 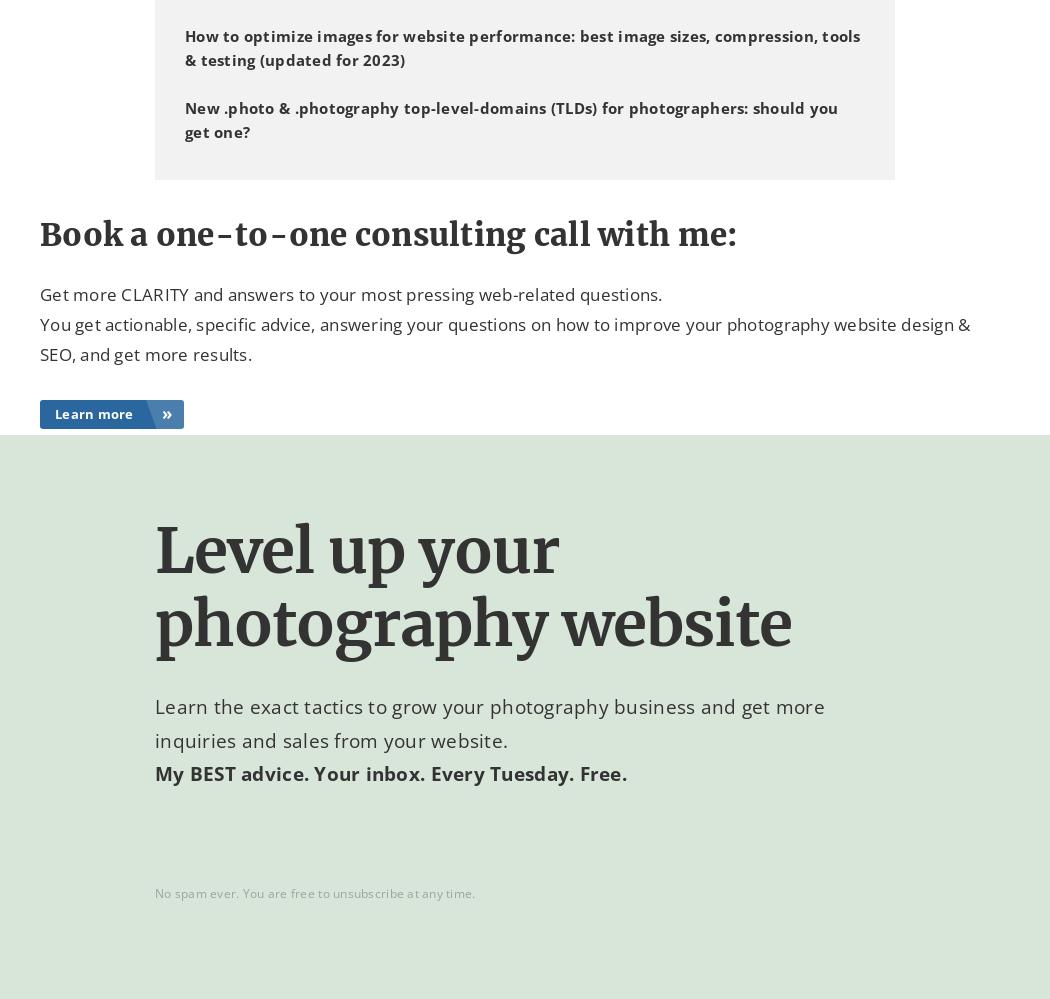 I want to click on 'and get more inquiries and sales from your website.', so click(x=488, y=722).